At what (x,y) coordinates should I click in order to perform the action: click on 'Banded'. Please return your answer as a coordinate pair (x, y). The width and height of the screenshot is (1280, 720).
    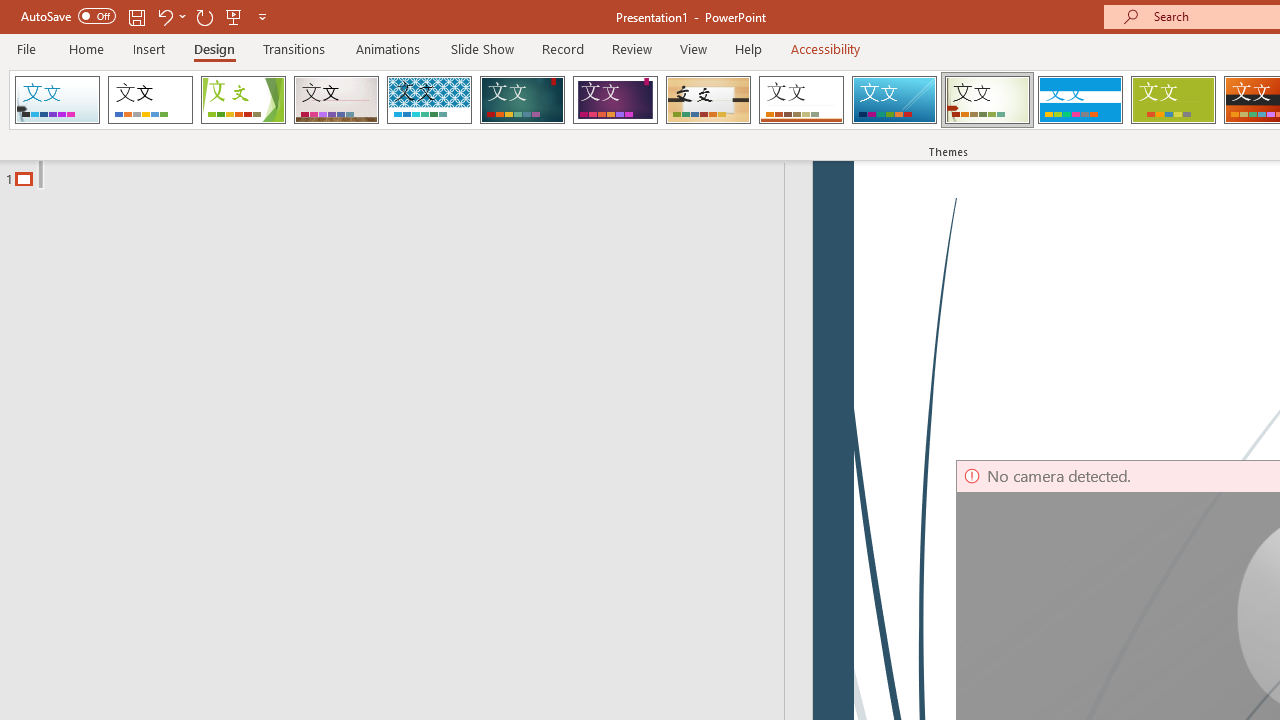
    Looking at the image, I should click on (1079, 100).